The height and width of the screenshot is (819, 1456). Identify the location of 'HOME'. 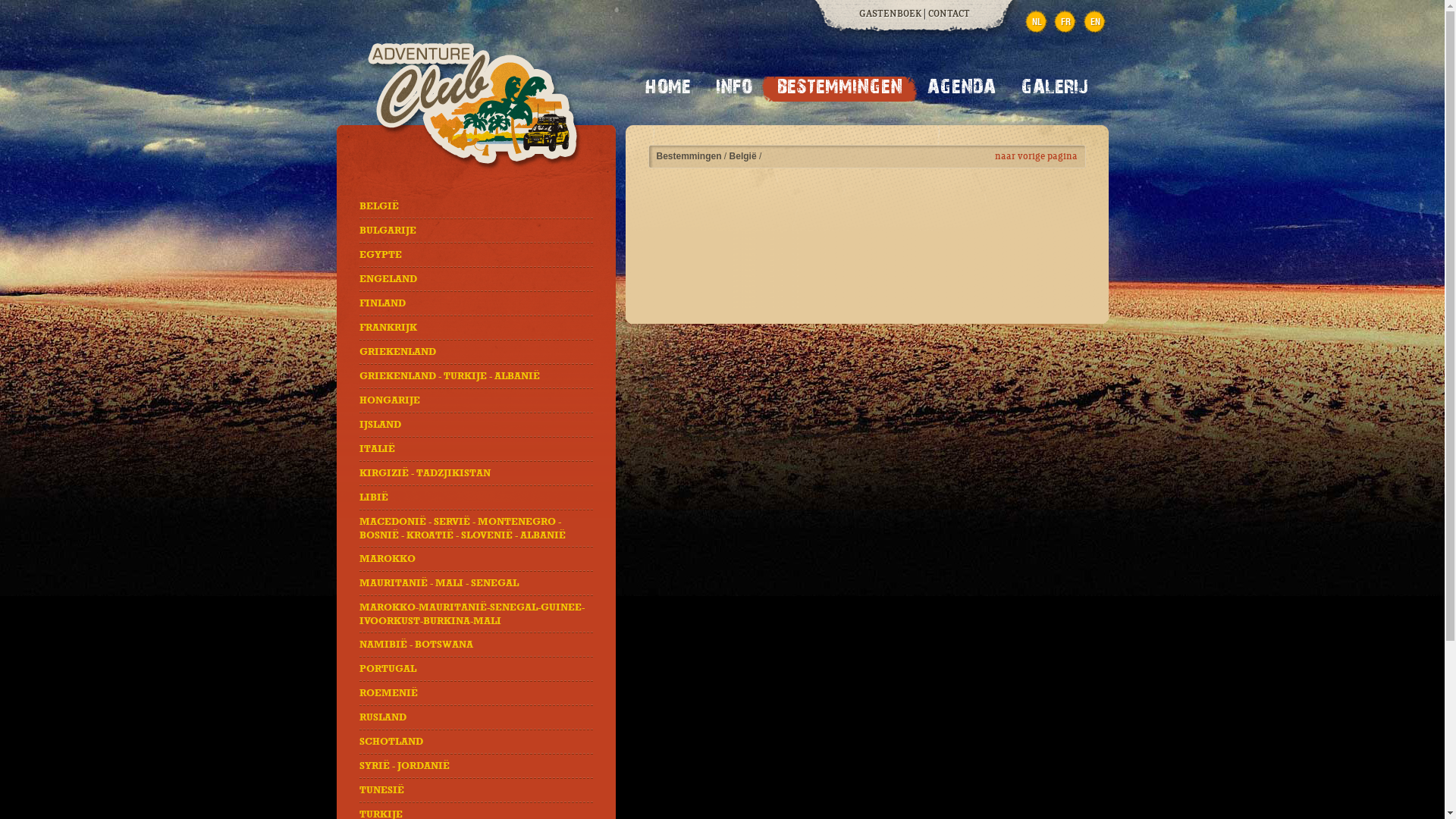
(667, 89).